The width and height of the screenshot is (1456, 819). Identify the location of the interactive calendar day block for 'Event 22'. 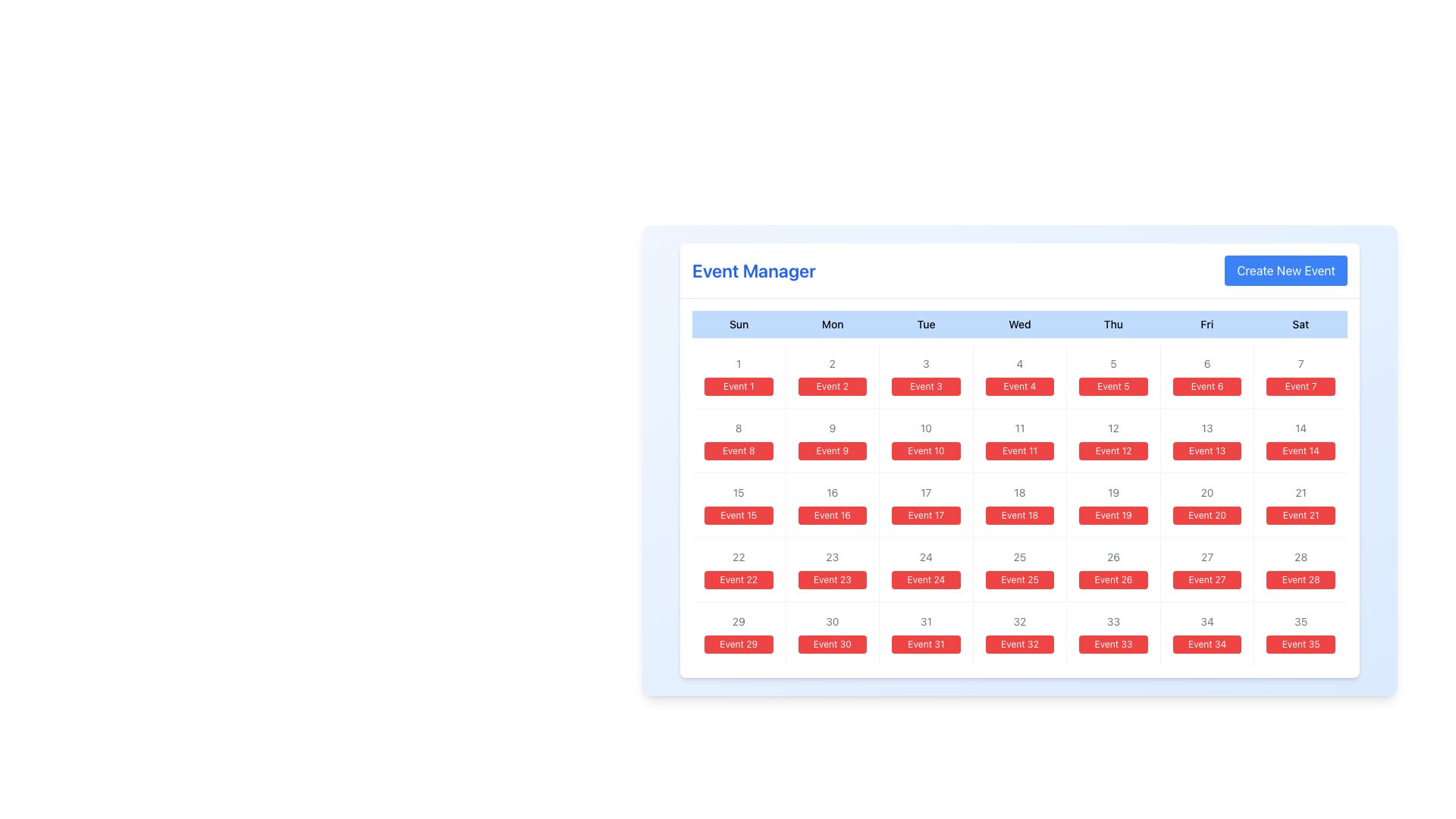
(739, 570).